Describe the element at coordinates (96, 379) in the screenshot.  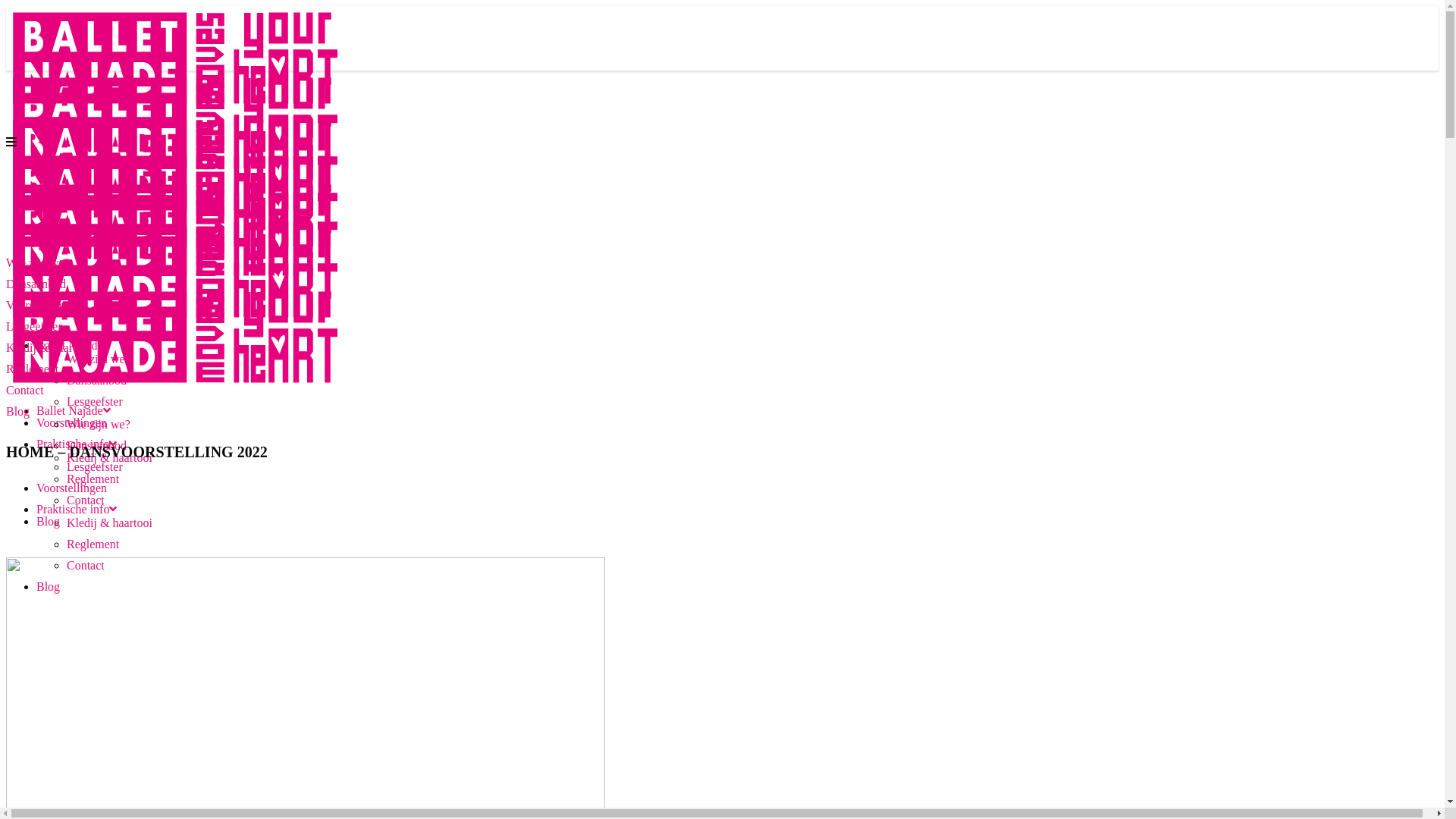
I see `'Dansaanbod'` at that location.